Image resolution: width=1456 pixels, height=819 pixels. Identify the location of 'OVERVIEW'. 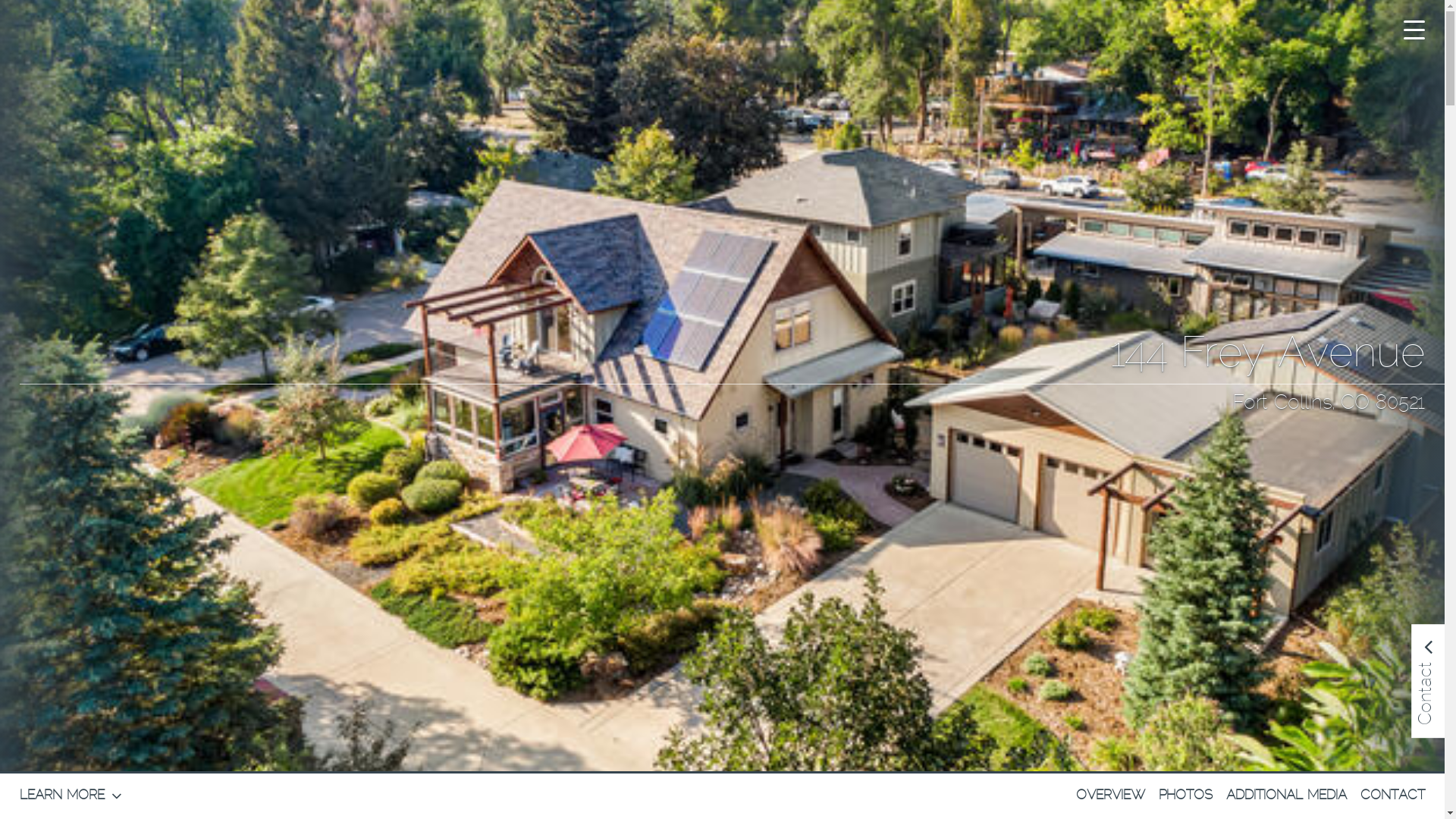
(1110, 795).